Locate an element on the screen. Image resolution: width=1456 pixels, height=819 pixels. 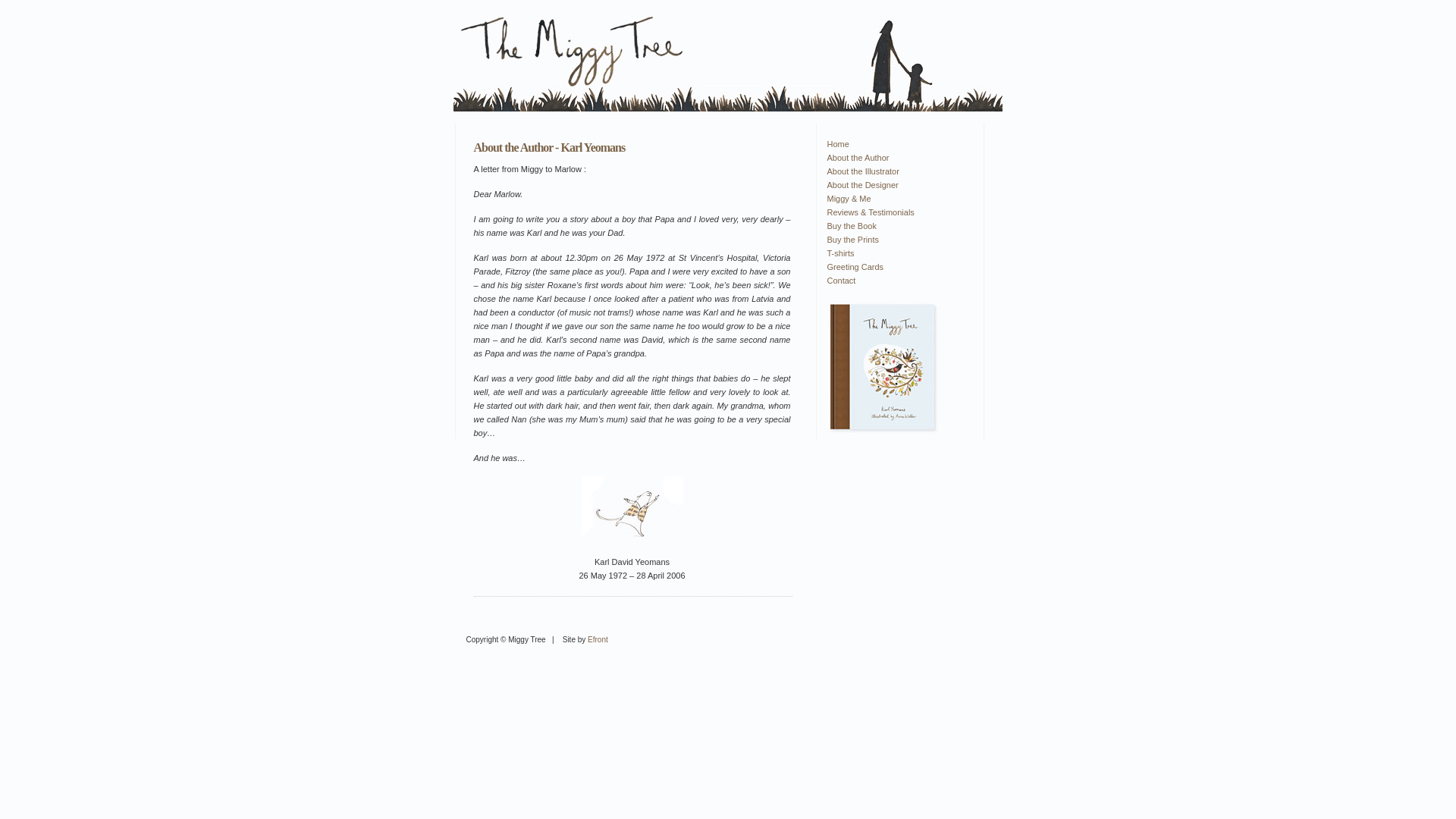
'The Miggy Tree' is located at coordinates (881, 368).